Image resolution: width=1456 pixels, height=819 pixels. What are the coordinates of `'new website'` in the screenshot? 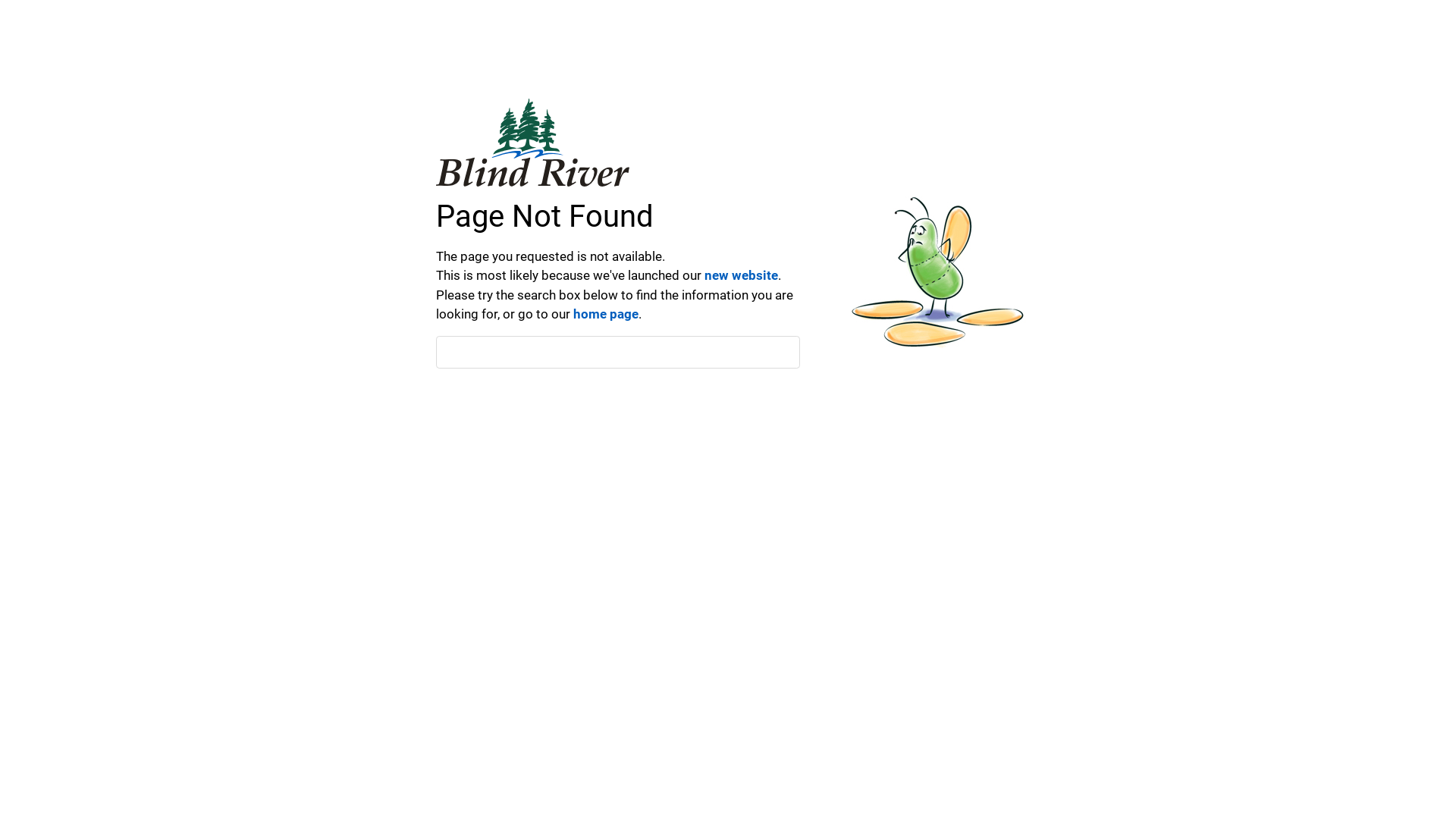 It's located at (741, 275).